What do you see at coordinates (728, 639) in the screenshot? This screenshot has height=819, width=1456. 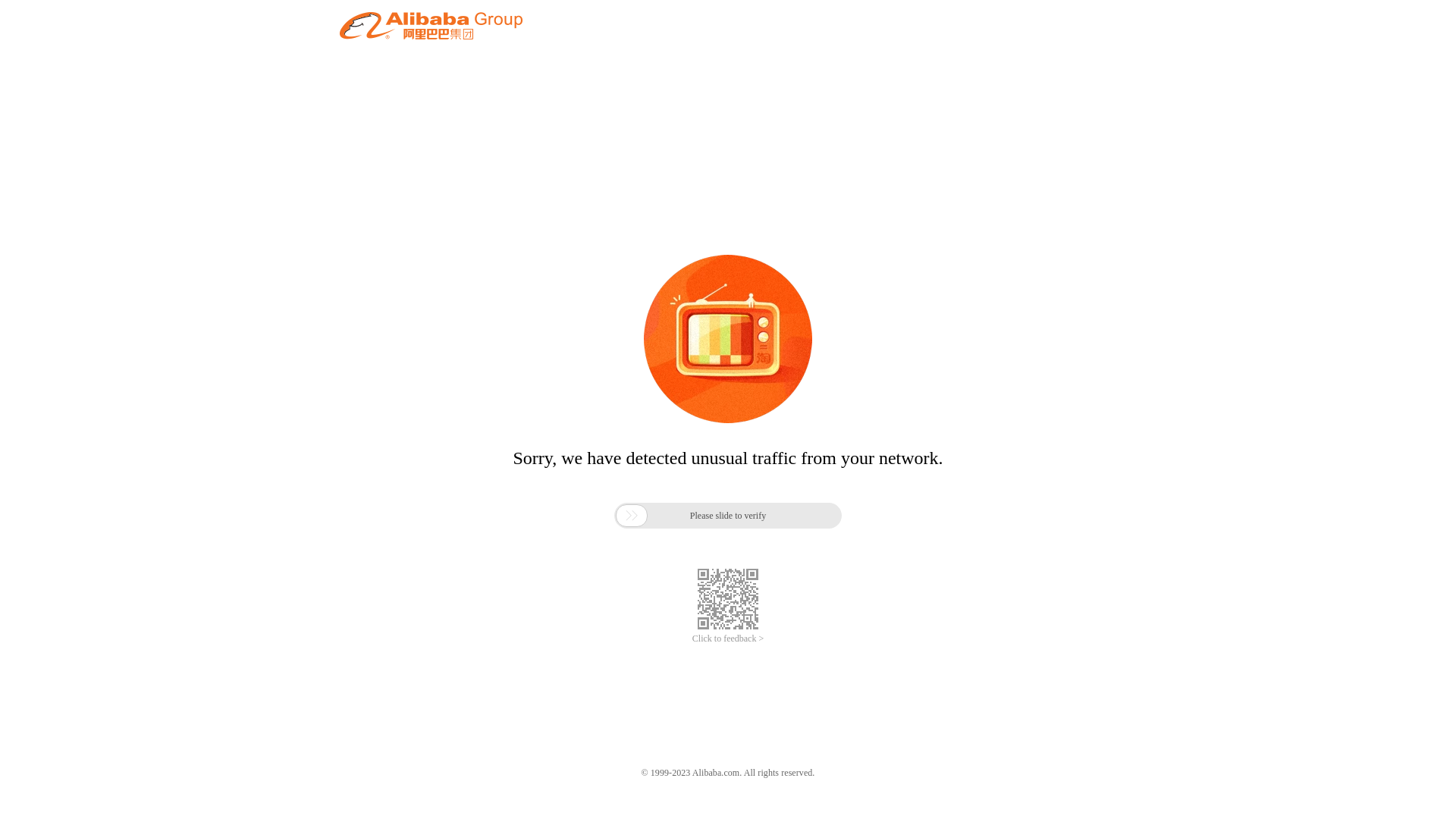 I see `'Click to feedback >'` at bounding box center [728, 639].